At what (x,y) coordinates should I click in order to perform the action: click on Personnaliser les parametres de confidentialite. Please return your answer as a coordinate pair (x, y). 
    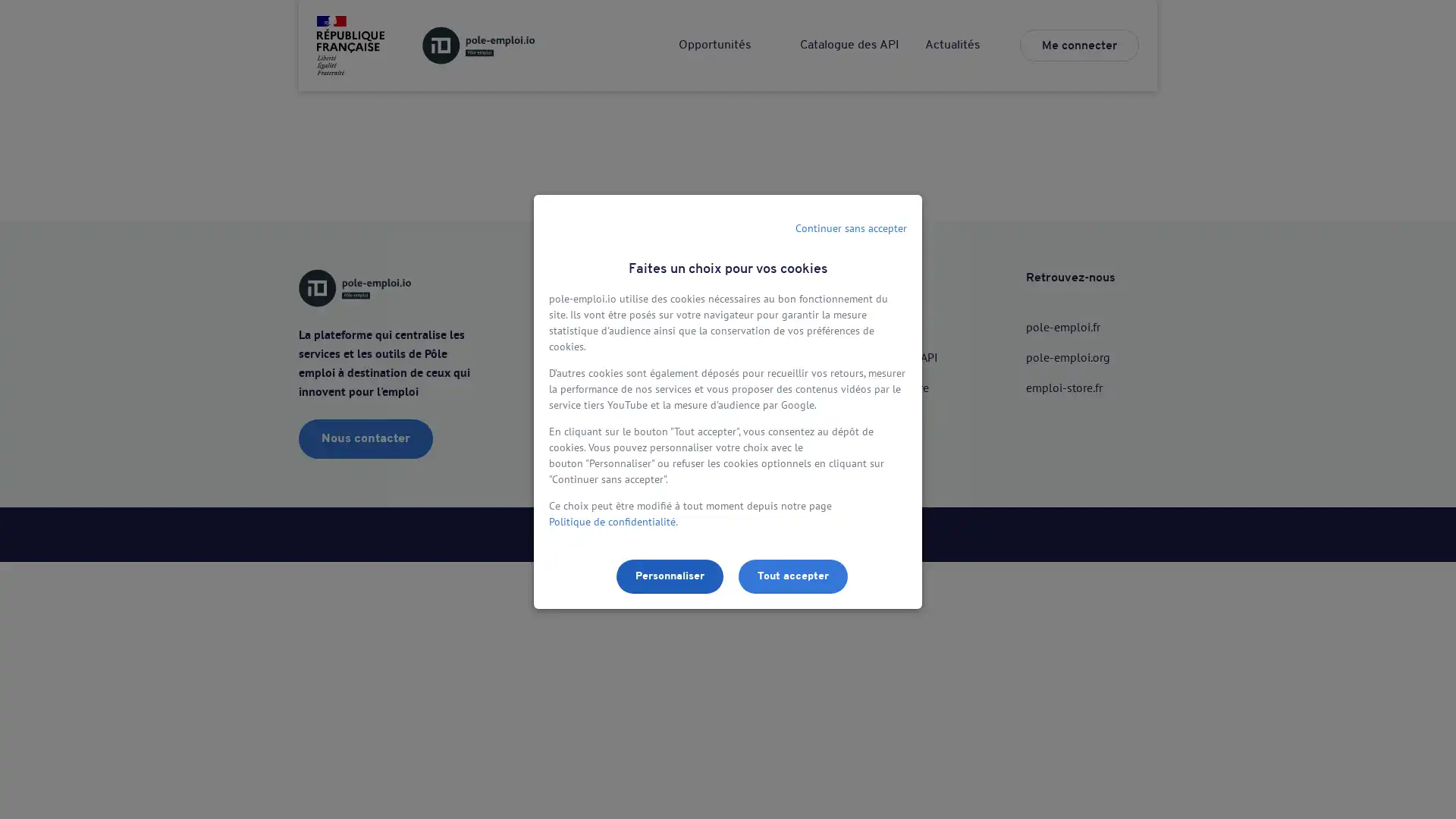
    Looking at the image, I should click on (668, 576).